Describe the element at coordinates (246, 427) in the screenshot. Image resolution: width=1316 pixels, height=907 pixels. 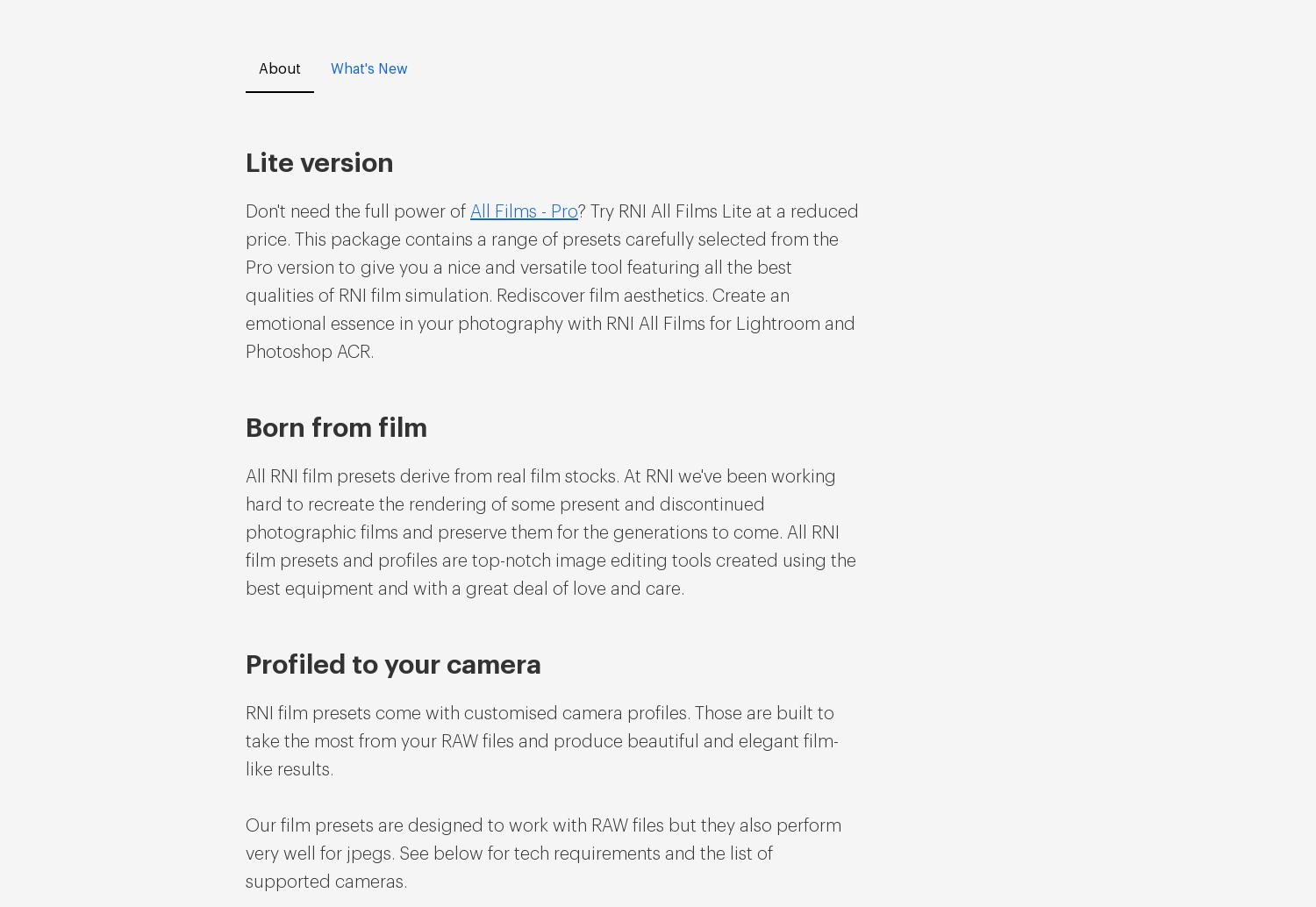
I see `'Born from film'` at that location.